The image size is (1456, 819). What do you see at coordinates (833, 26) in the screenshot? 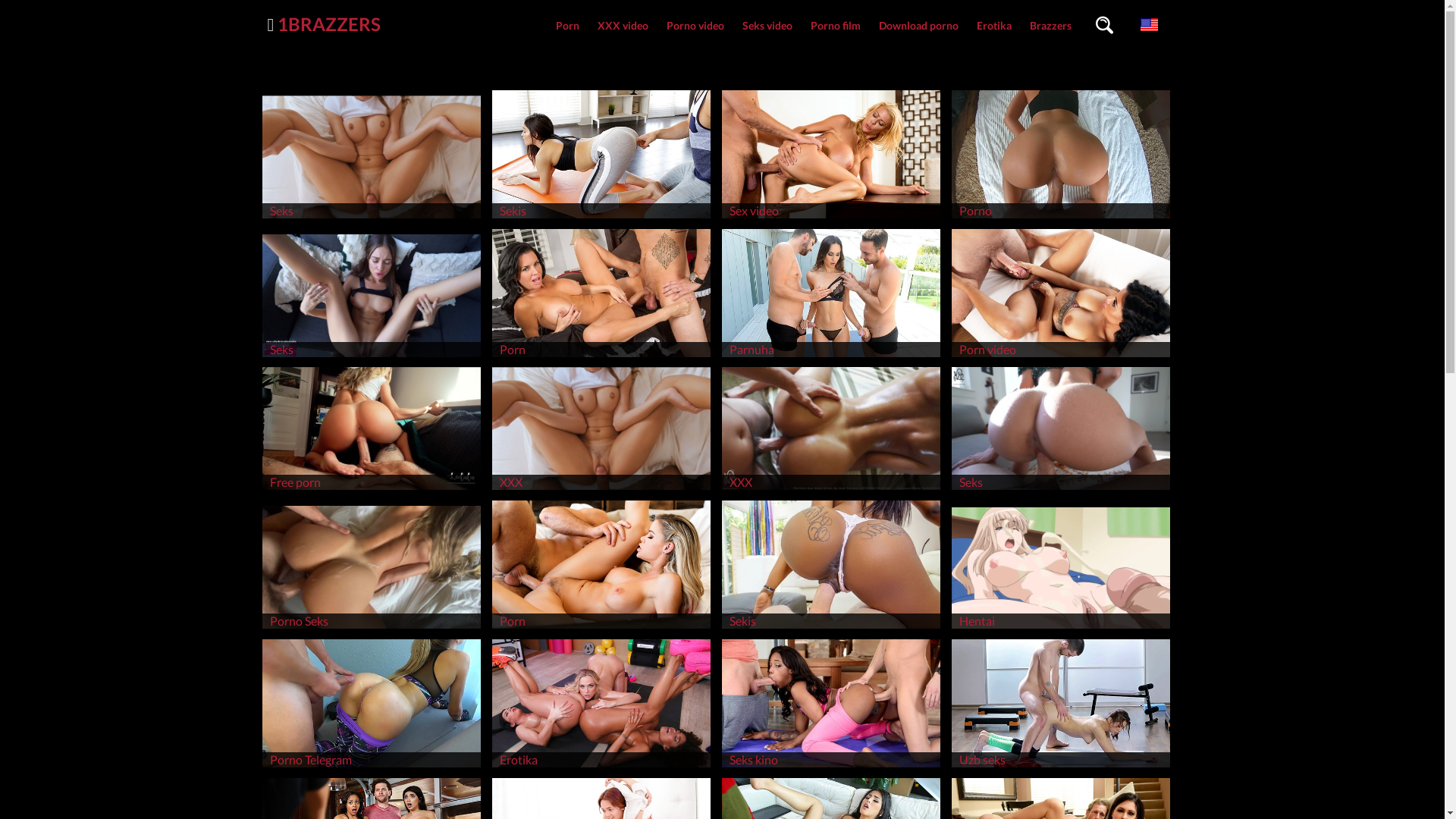
I see `'Porno film'` at bounding box center [833, 26].